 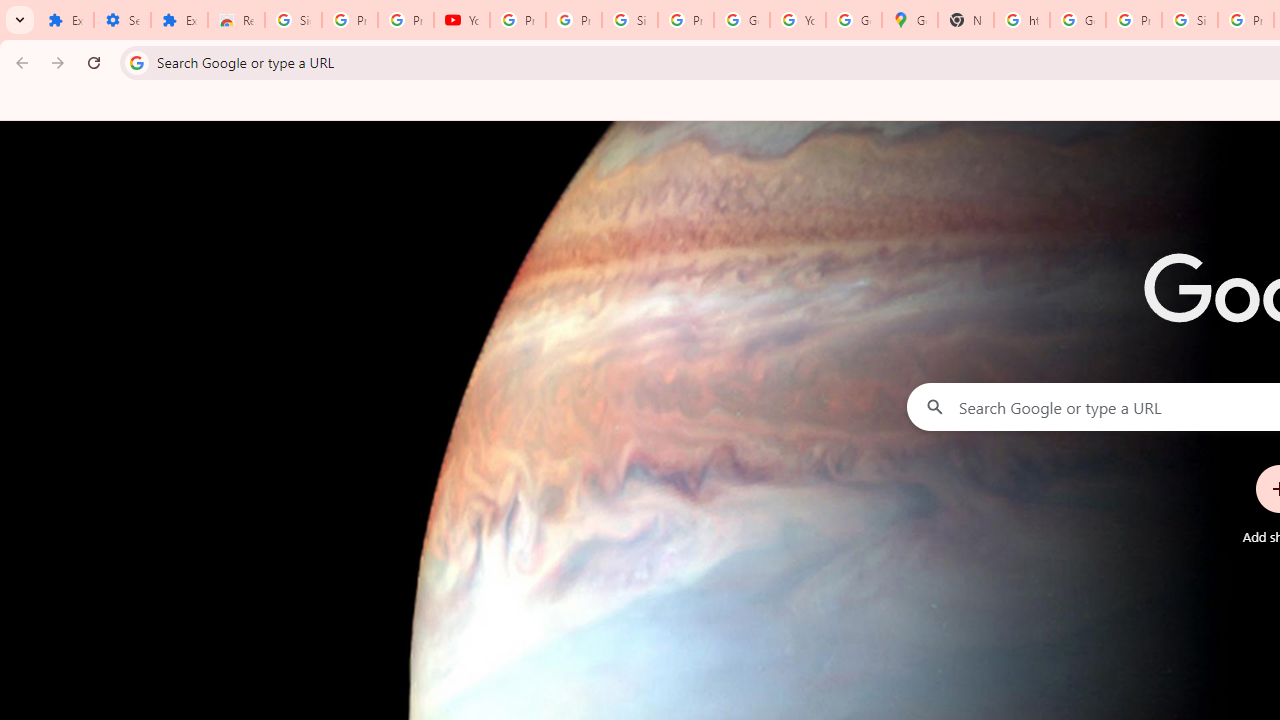 I want to click on 'Google Maps', so click(x=909, y=20).